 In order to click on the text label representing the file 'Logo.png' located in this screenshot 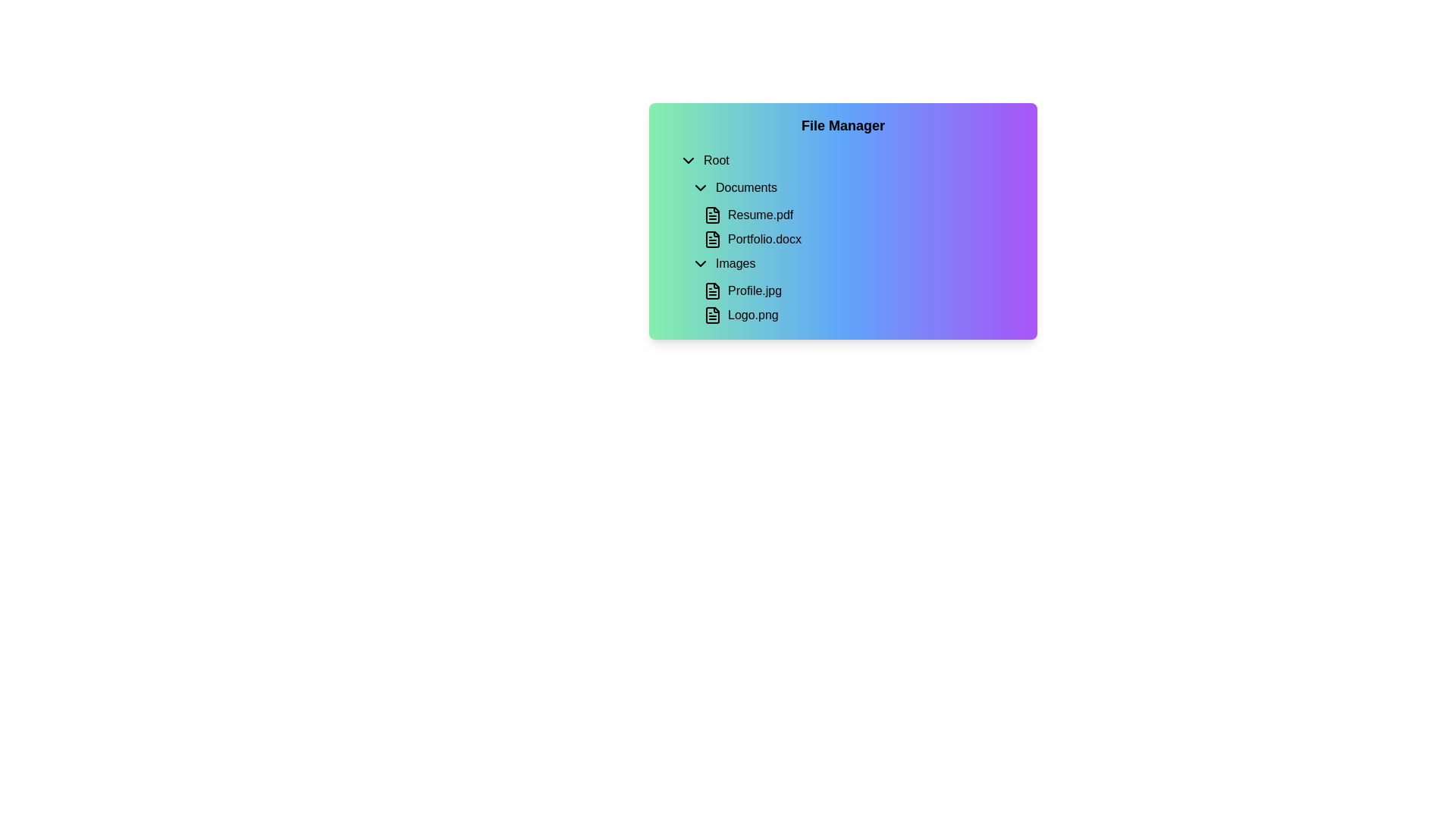, I will do `click(753, 315)`.